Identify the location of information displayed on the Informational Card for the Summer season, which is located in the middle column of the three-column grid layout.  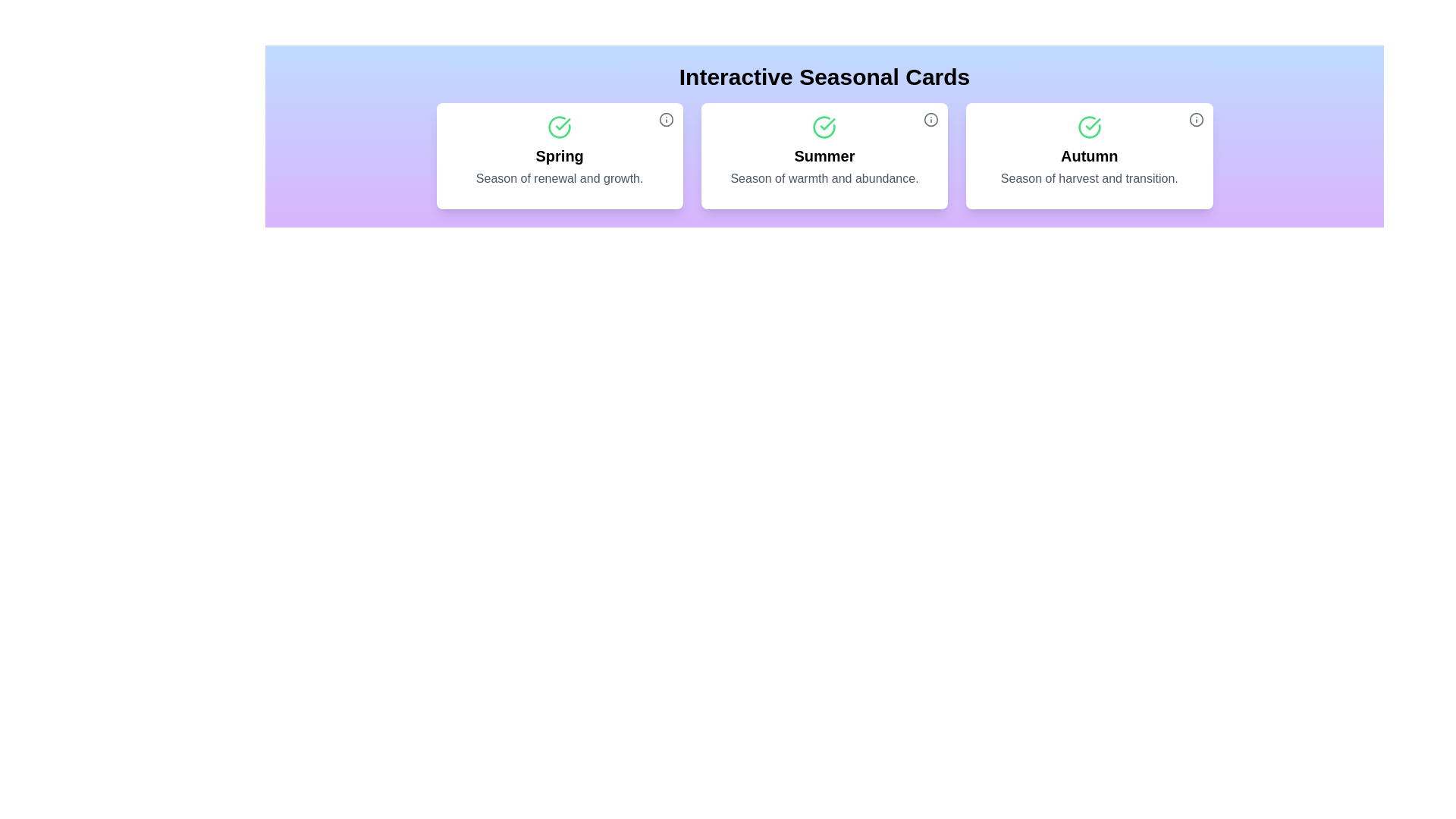
(824, 155).